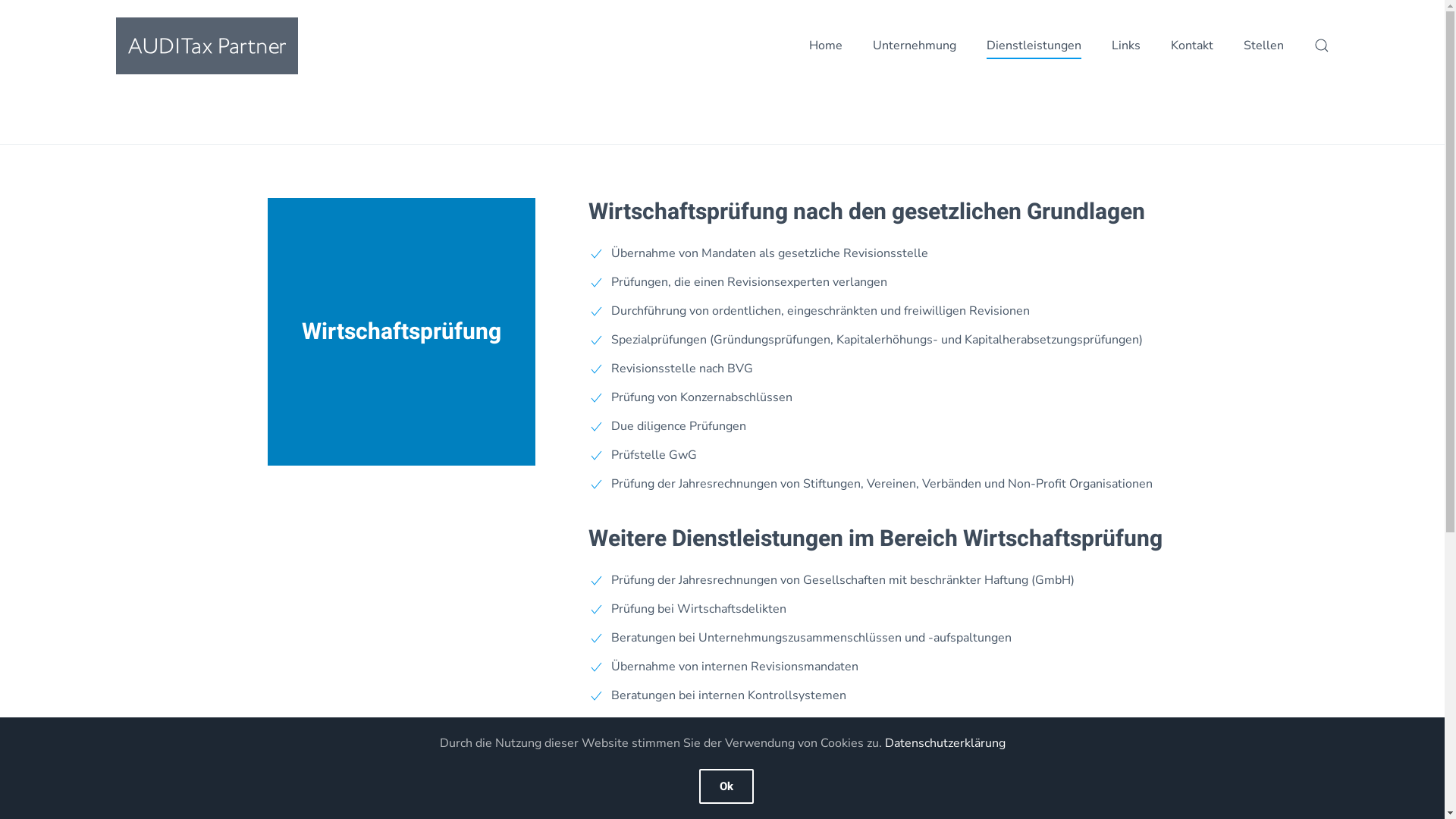  What do you see at coordinates (726, 786) in the screenshot?
I see `'Ok'` at bounding box center [726, 786].